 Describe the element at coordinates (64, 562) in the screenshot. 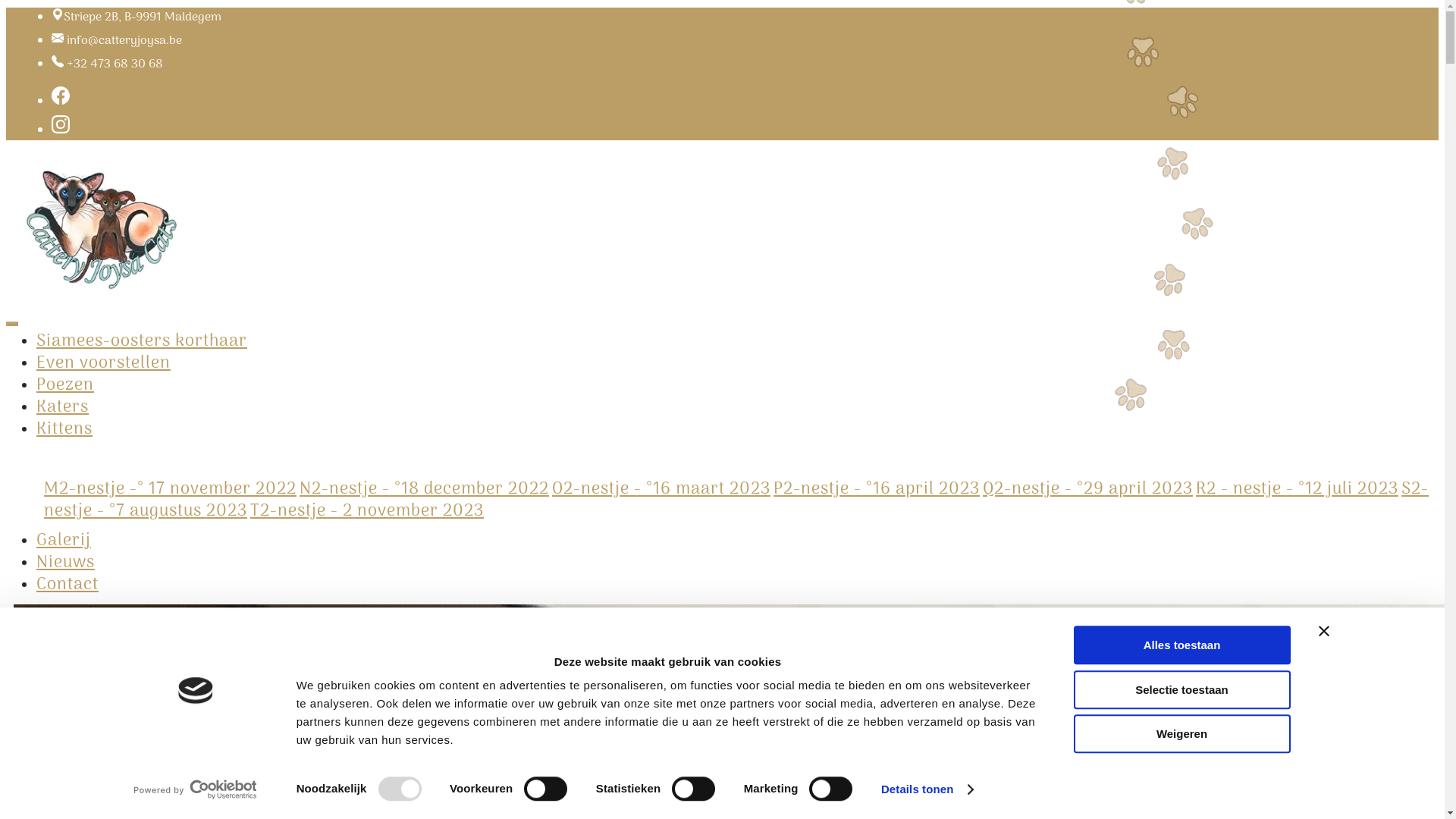

I see `'Nieuws'` at that location.